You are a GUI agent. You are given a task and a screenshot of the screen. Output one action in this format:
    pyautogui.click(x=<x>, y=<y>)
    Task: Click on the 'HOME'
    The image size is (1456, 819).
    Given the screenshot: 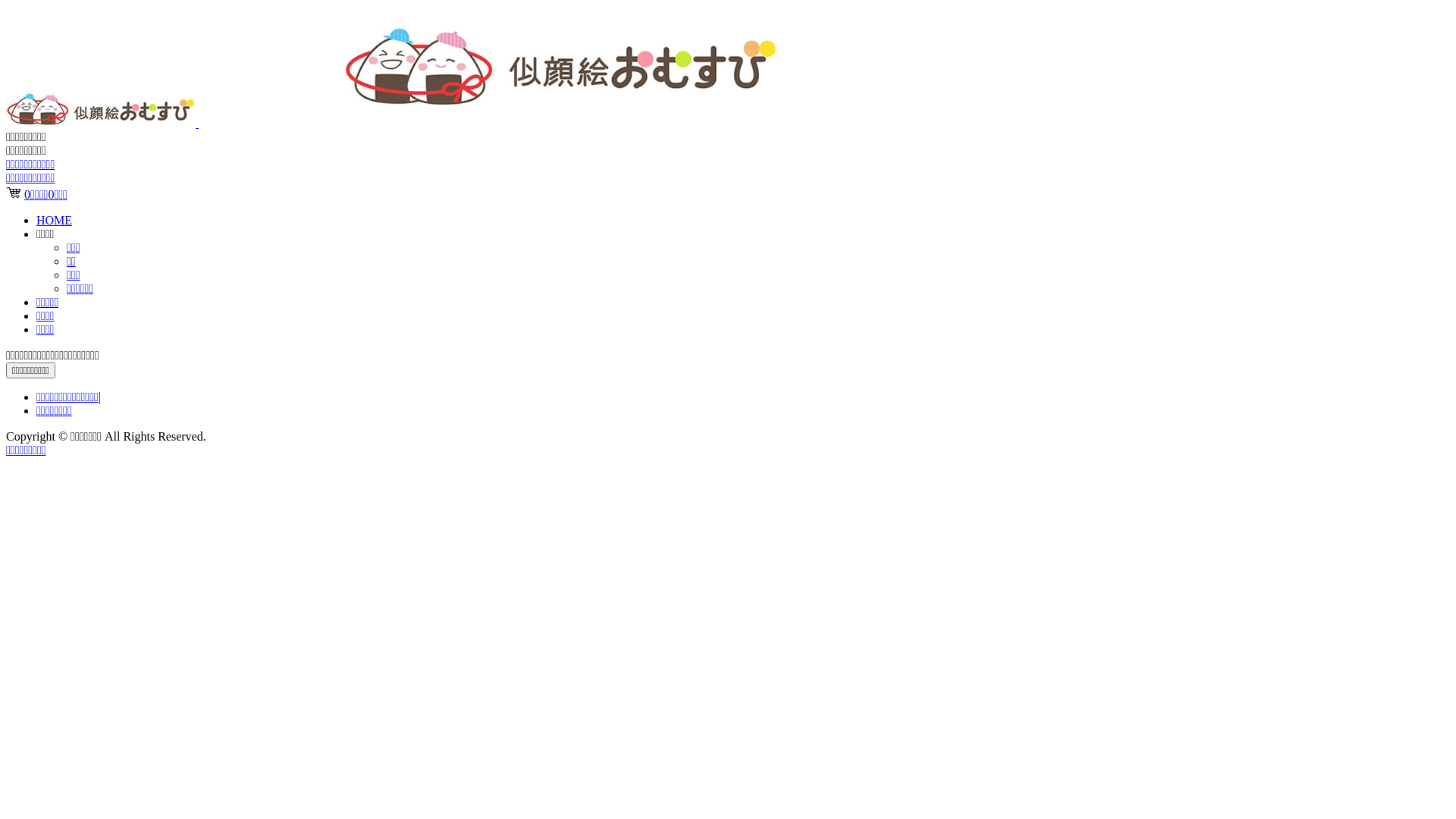 What is the action you would take?
    pyautogui.click(x=36, y=220)
    